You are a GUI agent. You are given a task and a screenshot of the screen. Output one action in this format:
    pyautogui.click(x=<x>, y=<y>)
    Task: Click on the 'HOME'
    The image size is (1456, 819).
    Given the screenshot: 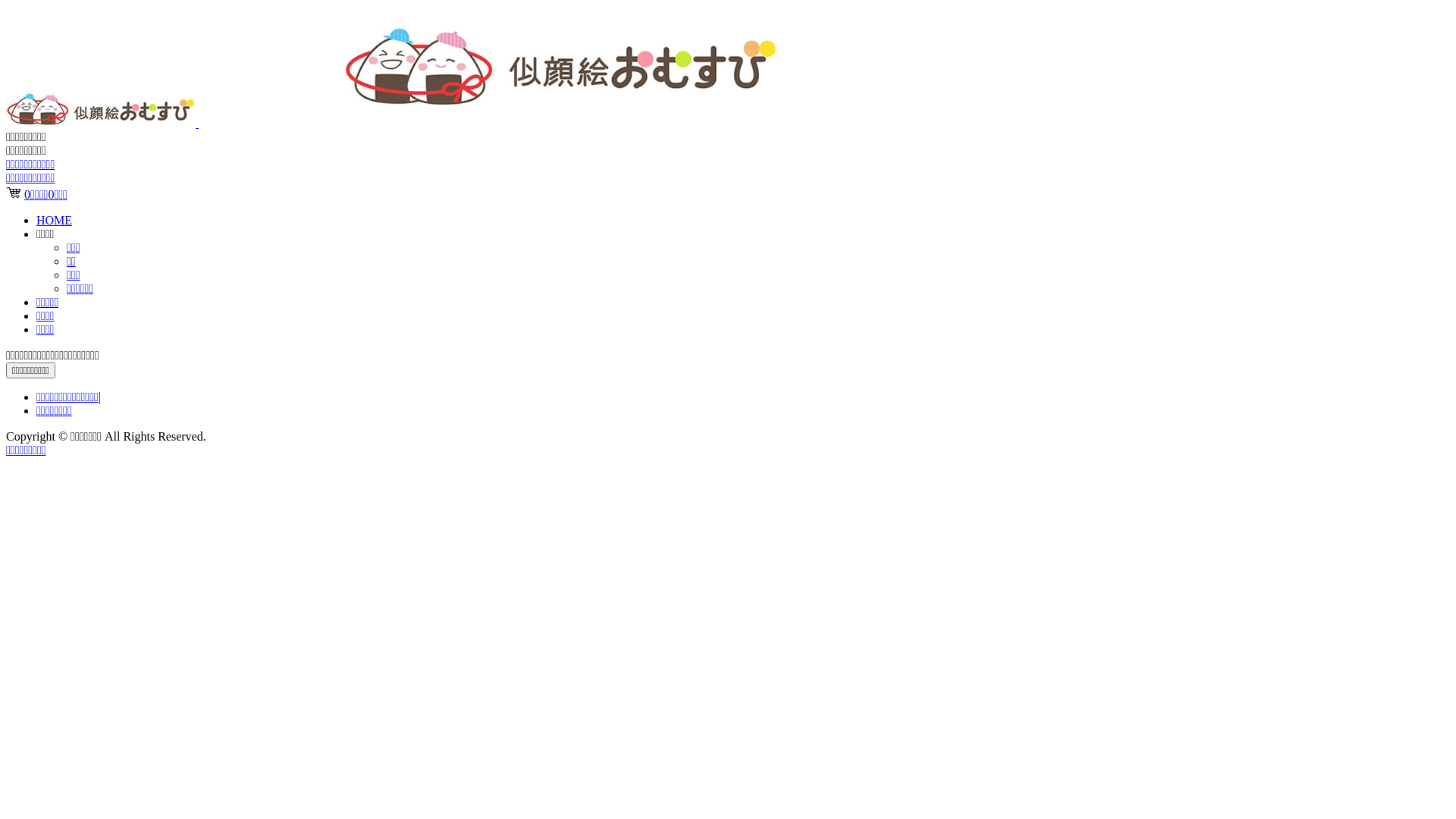 What is the action you would take?
    pyautogui.click(x=36, y=220)
    